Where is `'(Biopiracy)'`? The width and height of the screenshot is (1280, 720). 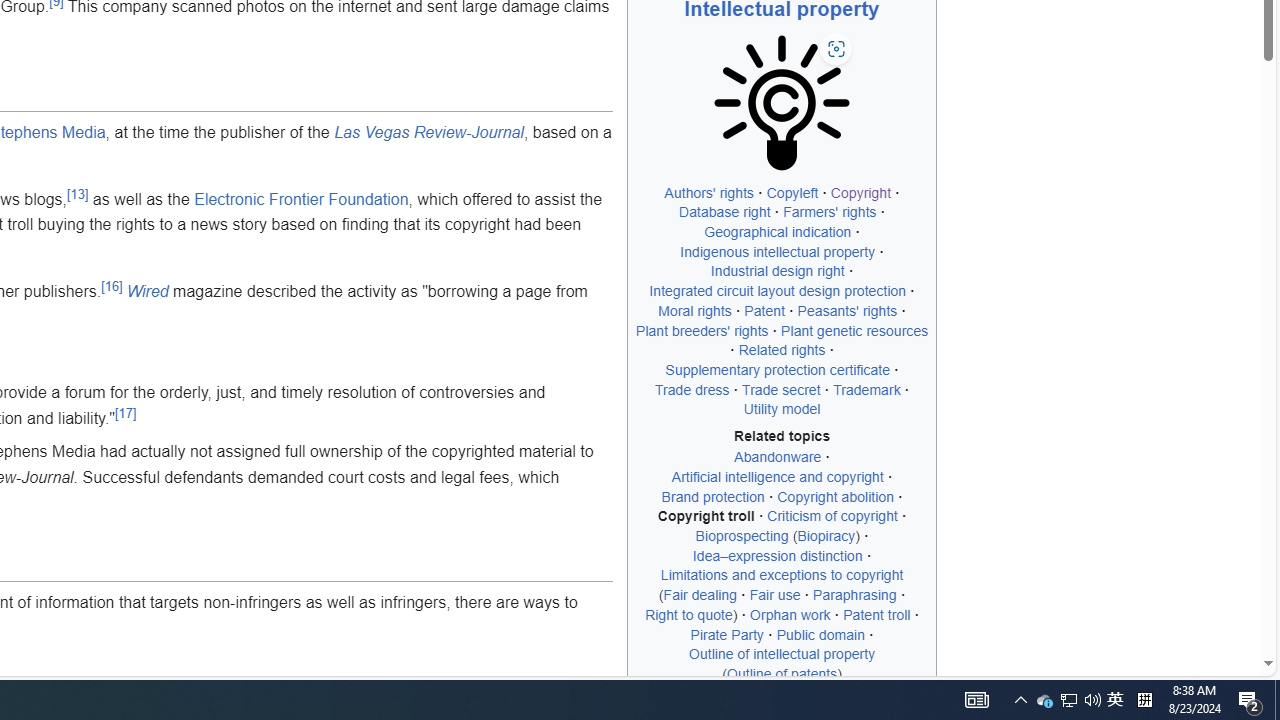
'(Biopiracy)' is located at coordinates (826, 535).